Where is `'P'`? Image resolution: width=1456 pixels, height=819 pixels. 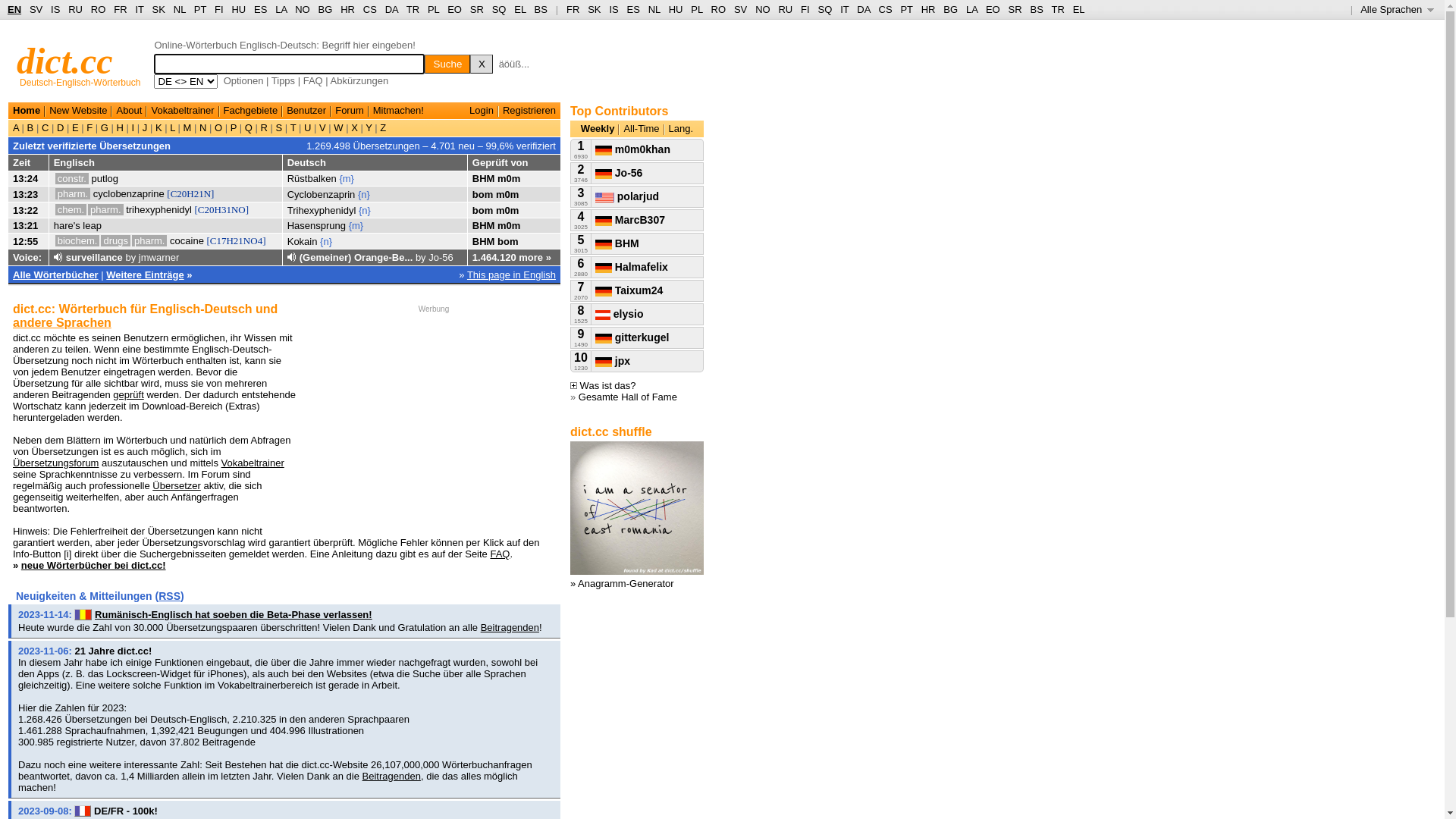 'P' is located at coordinates (232, 127).